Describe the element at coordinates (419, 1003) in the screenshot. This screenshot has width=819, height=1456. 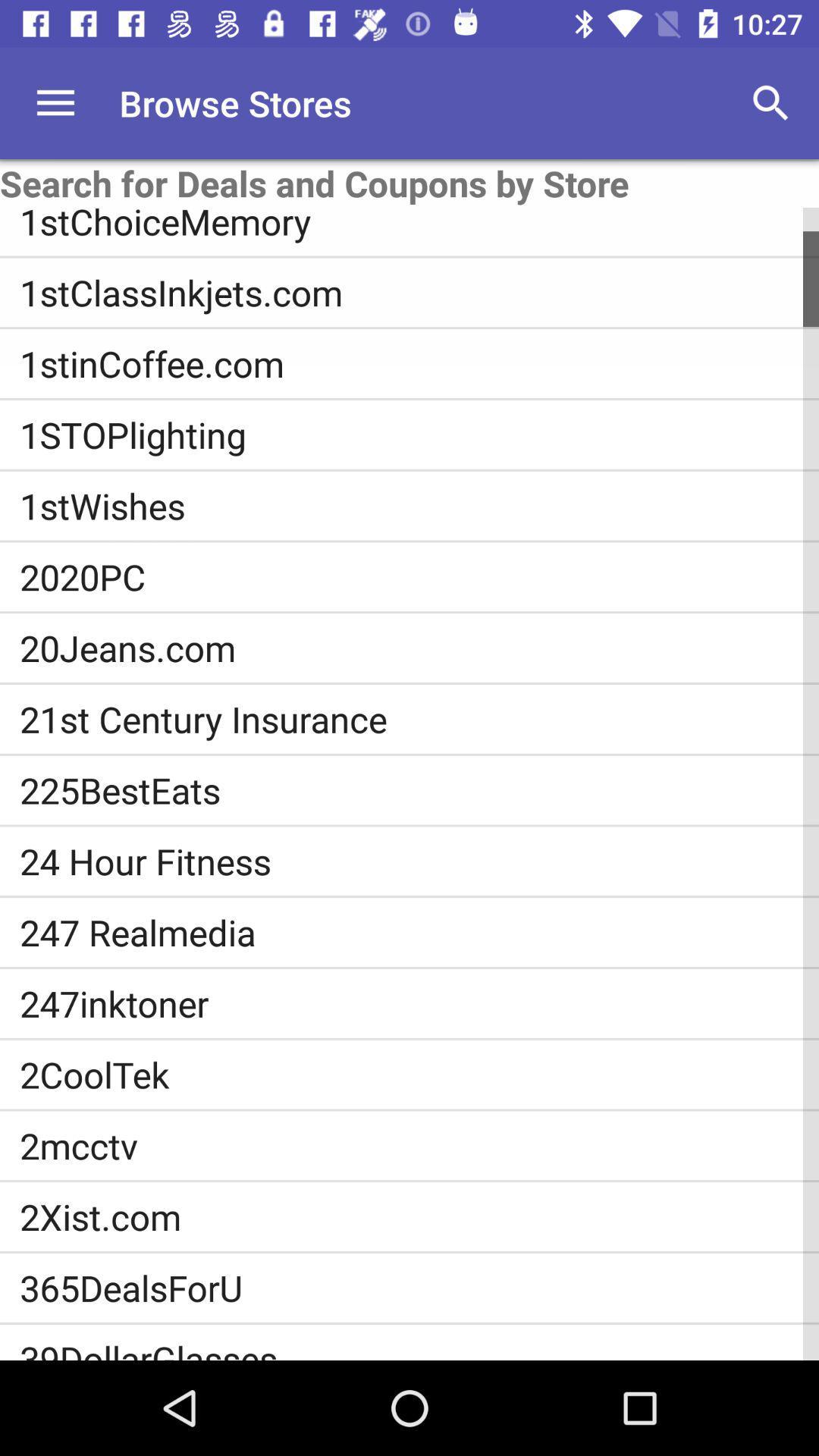
I see `247inktoner` at that location.